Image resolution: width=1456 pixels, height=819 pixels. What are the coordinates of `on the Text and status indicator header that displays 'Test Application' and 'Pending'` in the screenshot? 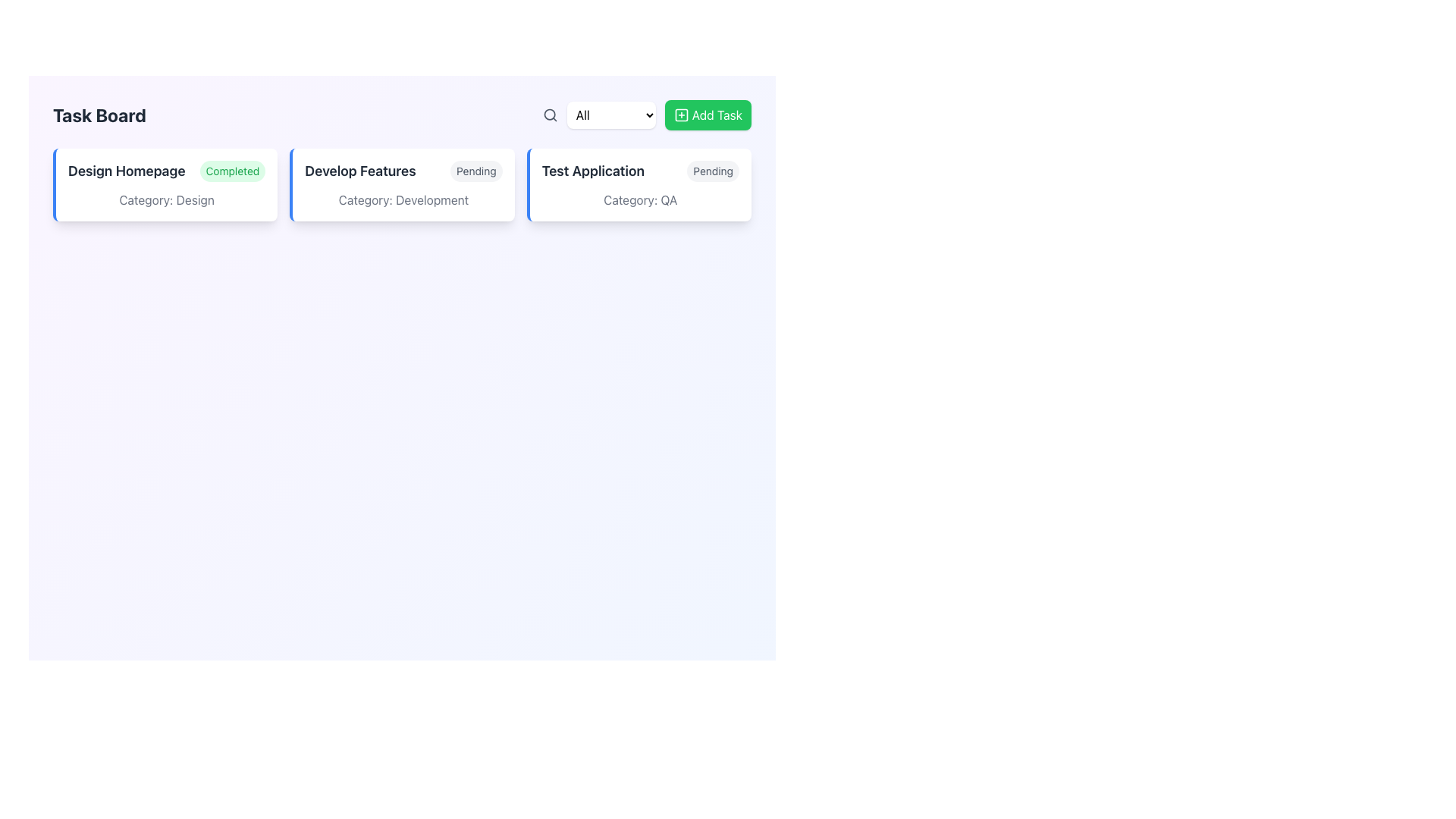 It's located at (640, 171).